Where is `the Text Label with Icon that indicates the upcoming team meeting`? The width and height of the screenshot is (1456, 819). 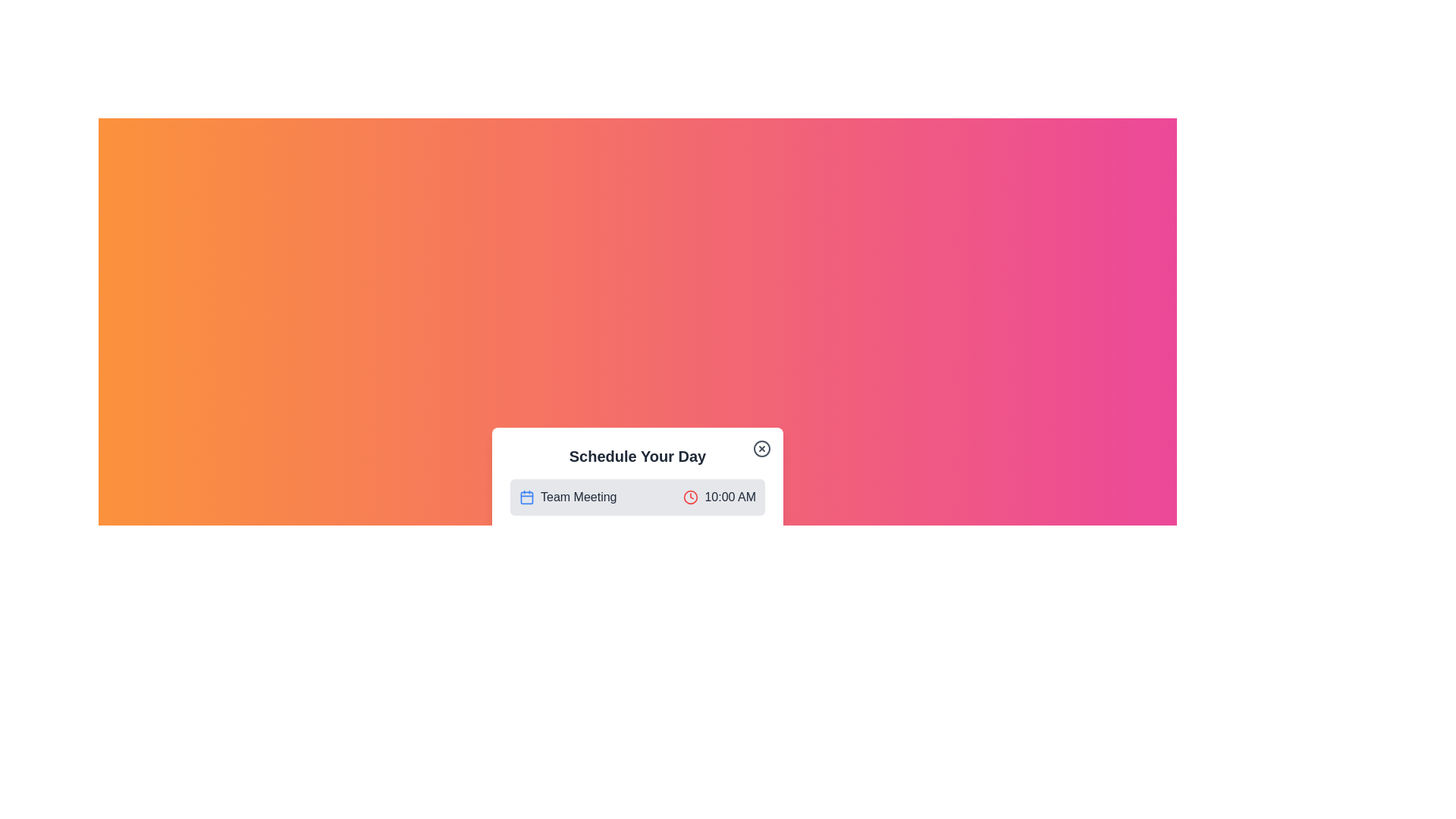 the Text Label with Icon that indicates the upcoming team meeting is located at coordinates (567, 497).